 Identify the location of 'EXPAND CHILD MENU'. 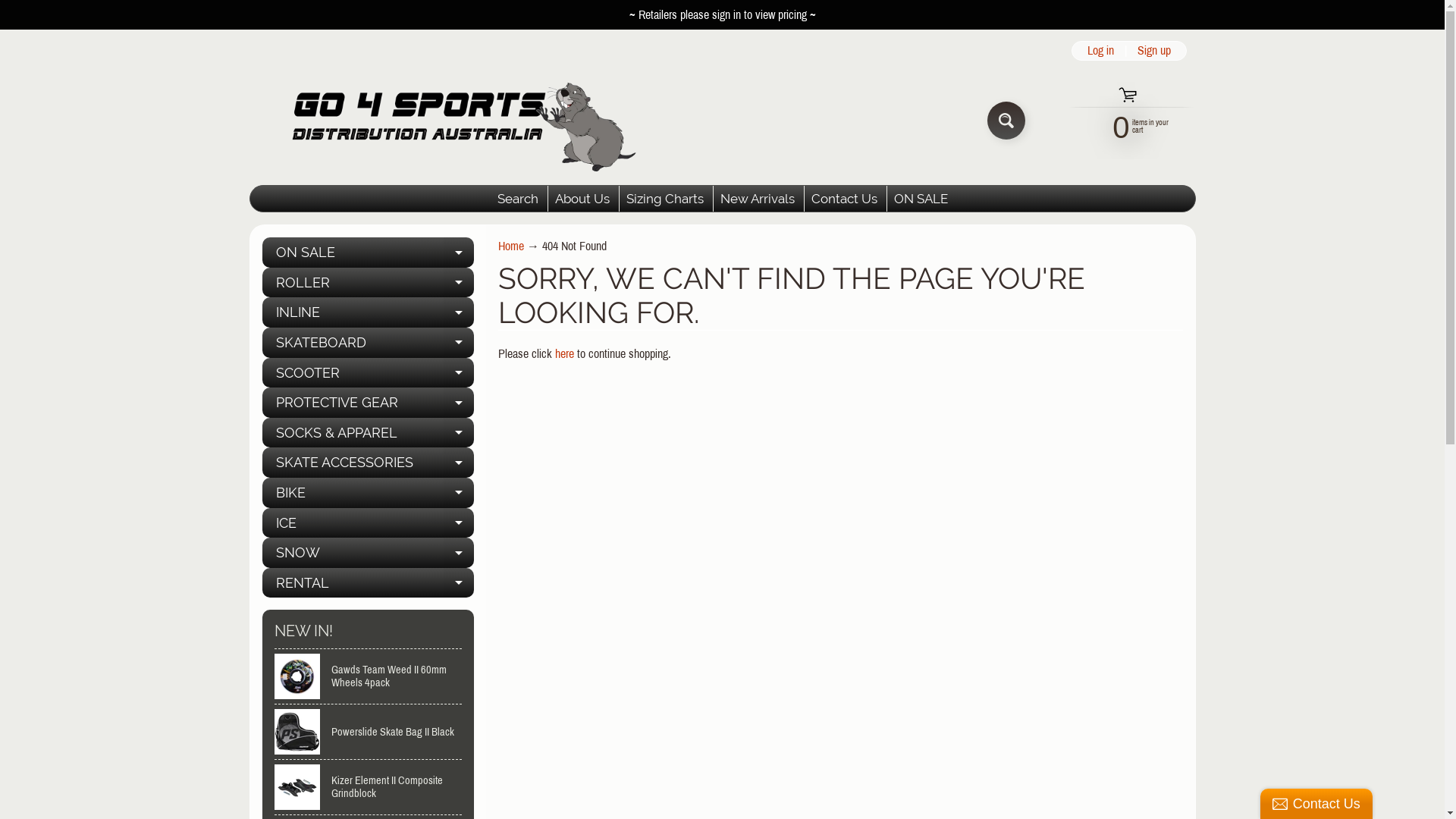
(457, 493).